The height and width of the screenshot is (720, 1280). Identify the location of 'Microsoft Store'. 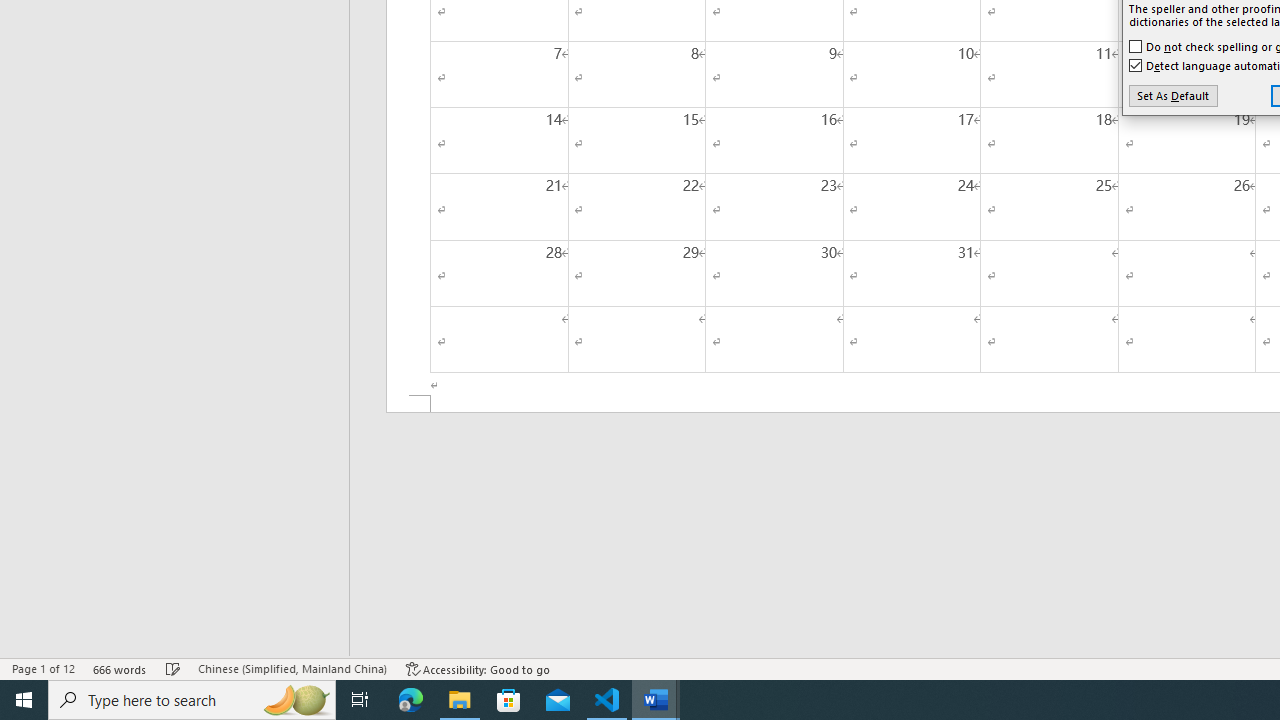
(509, 698).